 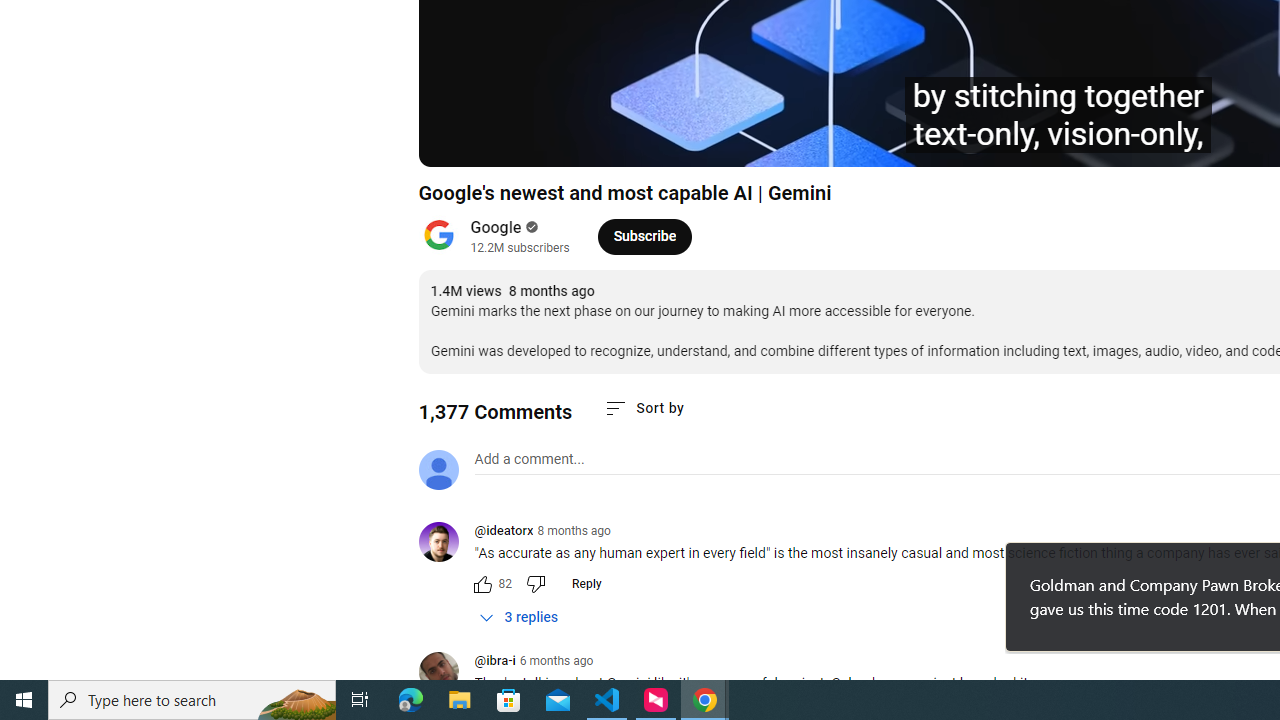 I want to click on '@ideatorx', so click(x=445, y=543).